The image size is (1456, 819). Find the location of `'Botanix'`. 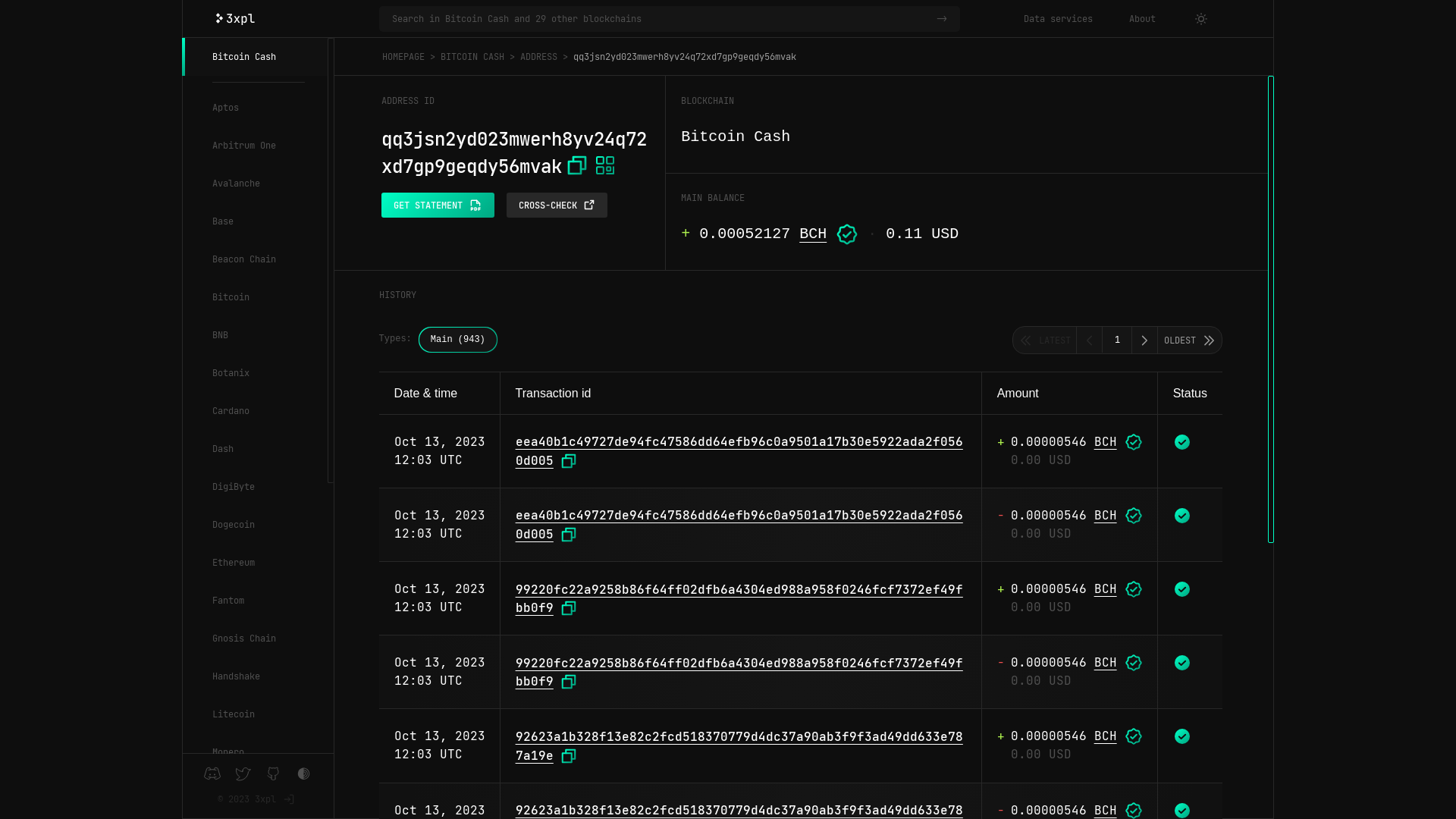

'Botanix' is located at coordinates (182, 373).